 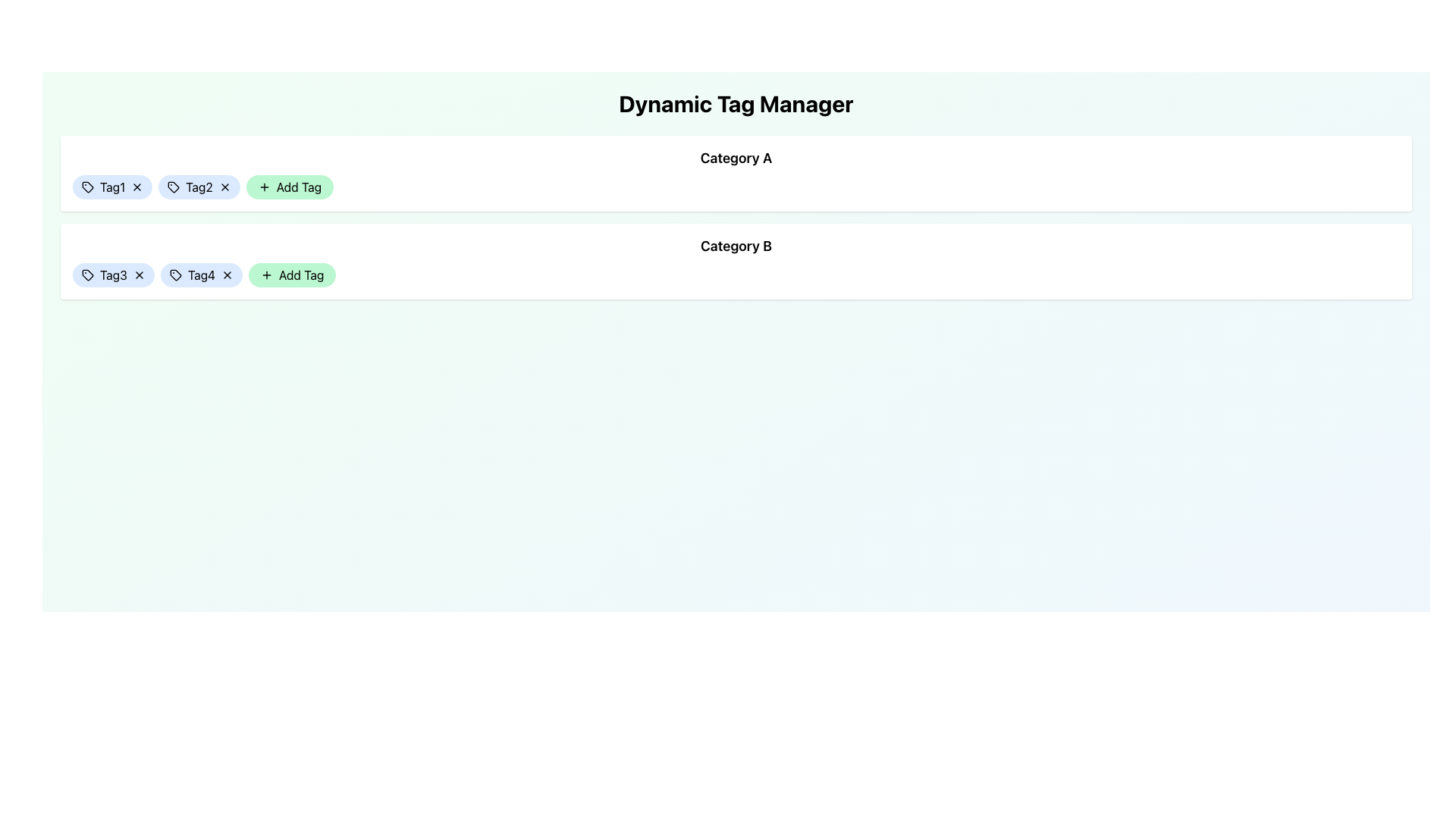 What do you see at coordinates (139, 275) in the screenshot?
I see `the close icon ('X') located at the far-right end of the tag labeled 'Tag3' in the second row of tags under 'Category B'` at bounding box center [139, 275].